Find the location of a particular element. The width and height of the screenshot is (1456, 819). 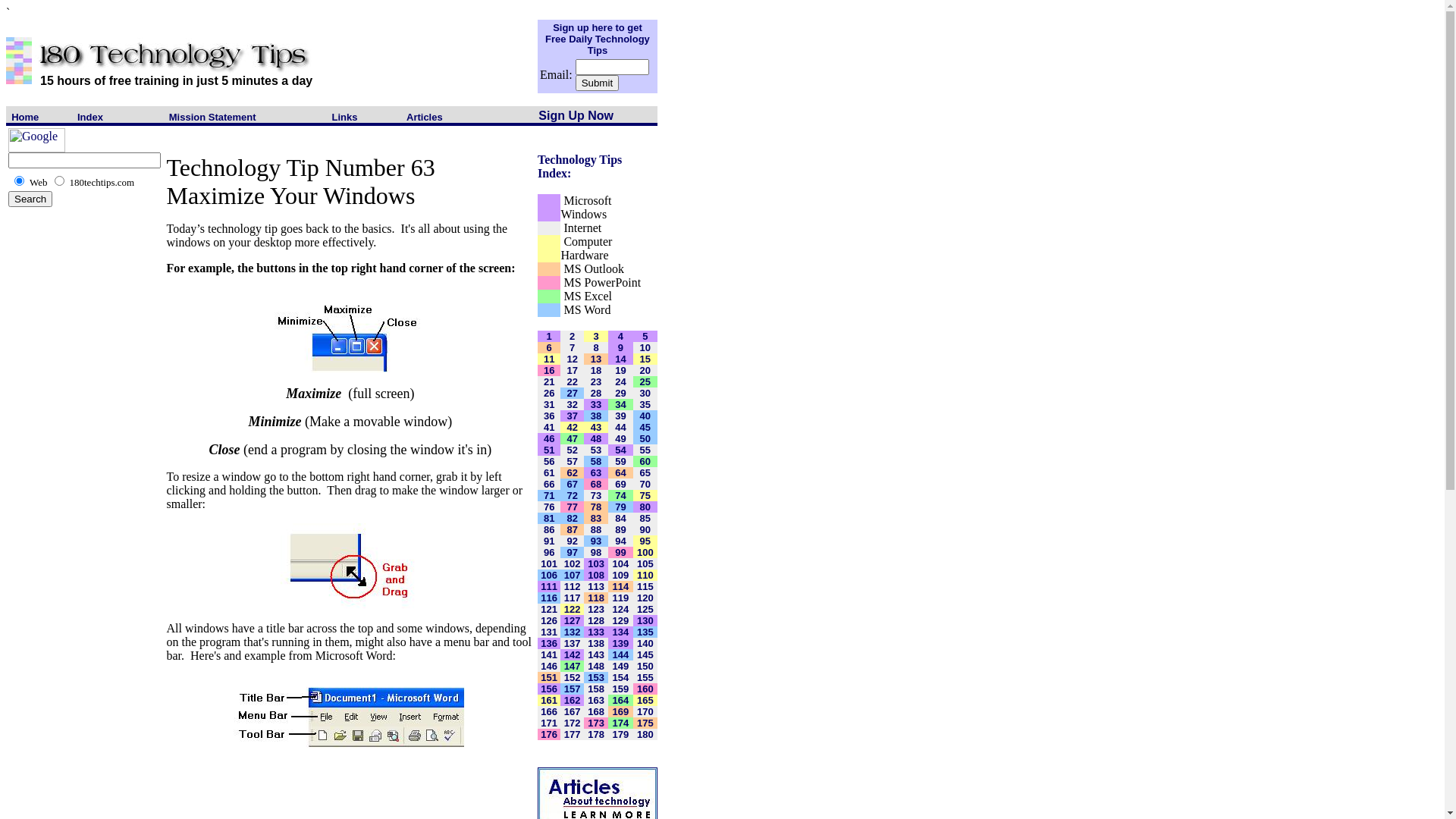

'121' is located at coordinates (548, 607).